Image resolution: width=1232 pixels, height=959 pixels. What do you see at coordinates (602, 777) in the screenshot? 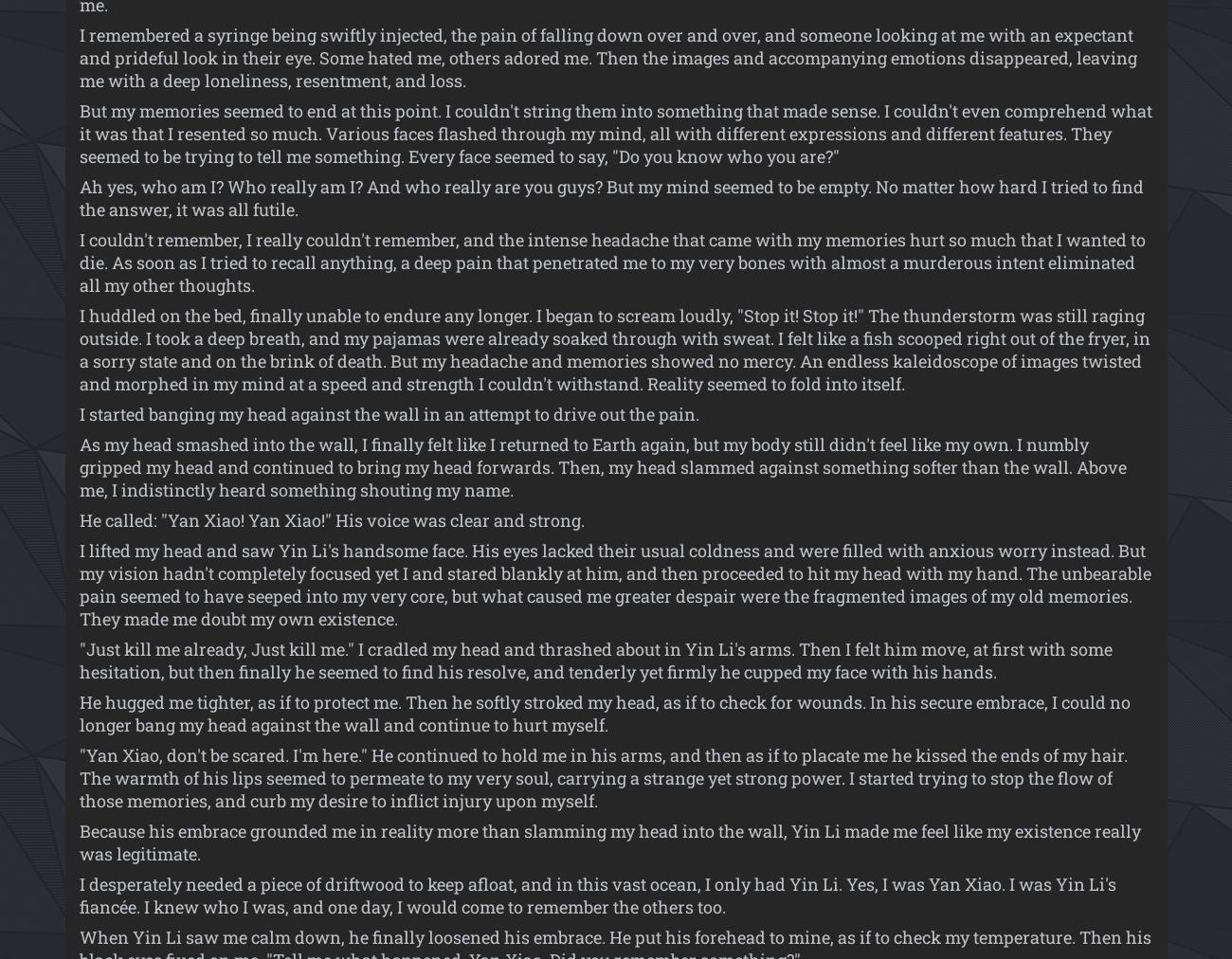
I see `'"Yan Xiao, don't be scared. I'm here." He continued to hold me in his arms, and then as if to placate me he kissed the ends of my hair. The warmth of his lips seemed to permeate to my very soul, carrying a strange yet strong power. I started trying to stop the flow of those memories, and curb my desire to inflict injury upon myself.'` at bounding box center [602, 777].